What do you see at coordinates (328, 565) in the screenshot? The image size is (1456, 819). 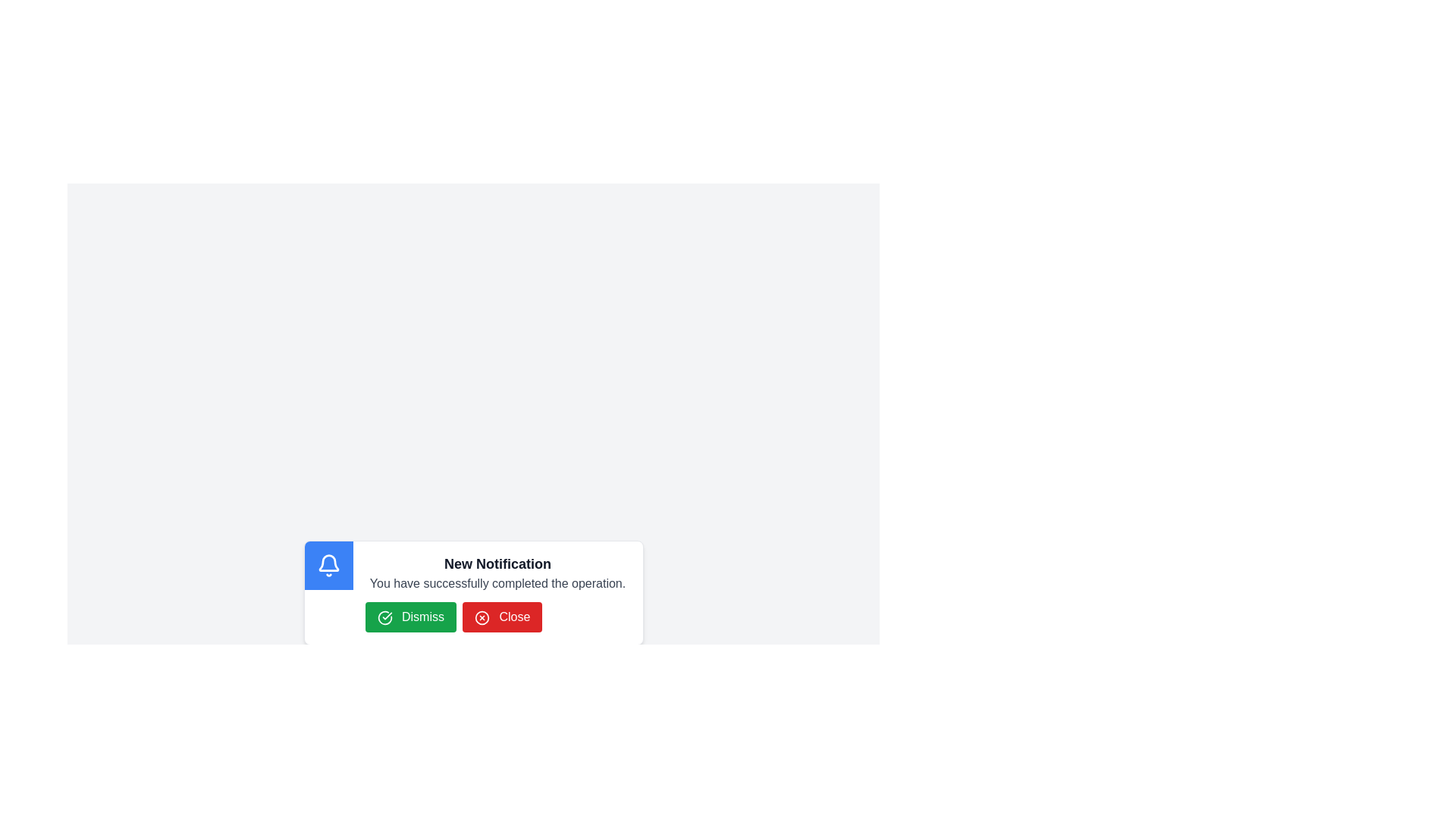 I see `the notification icon located at the top-left of the notification card, which serves as a visual indicator for notifications` at bounding box center [328, 565].